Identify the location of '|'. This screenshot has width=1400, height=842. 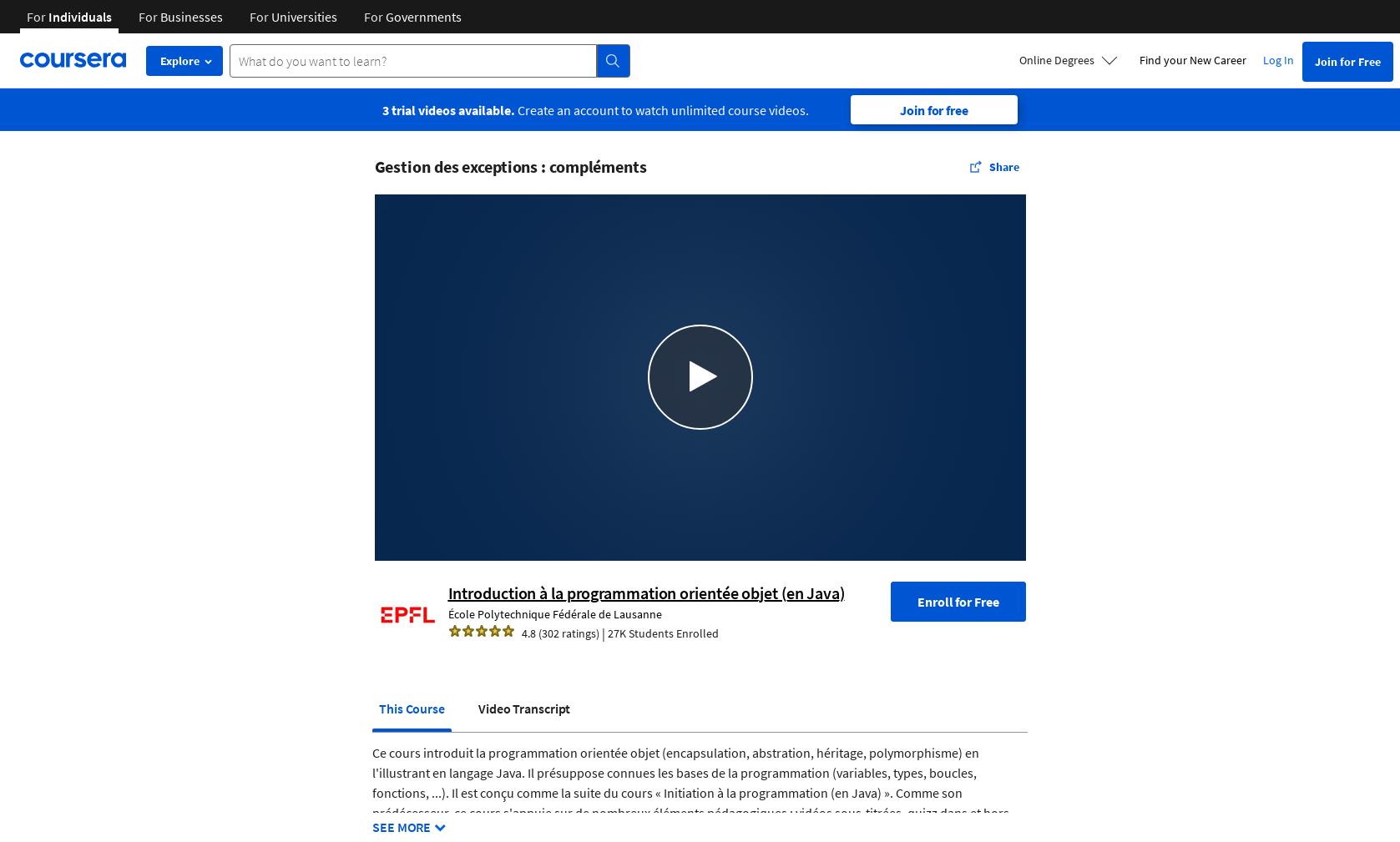
(602, 632).